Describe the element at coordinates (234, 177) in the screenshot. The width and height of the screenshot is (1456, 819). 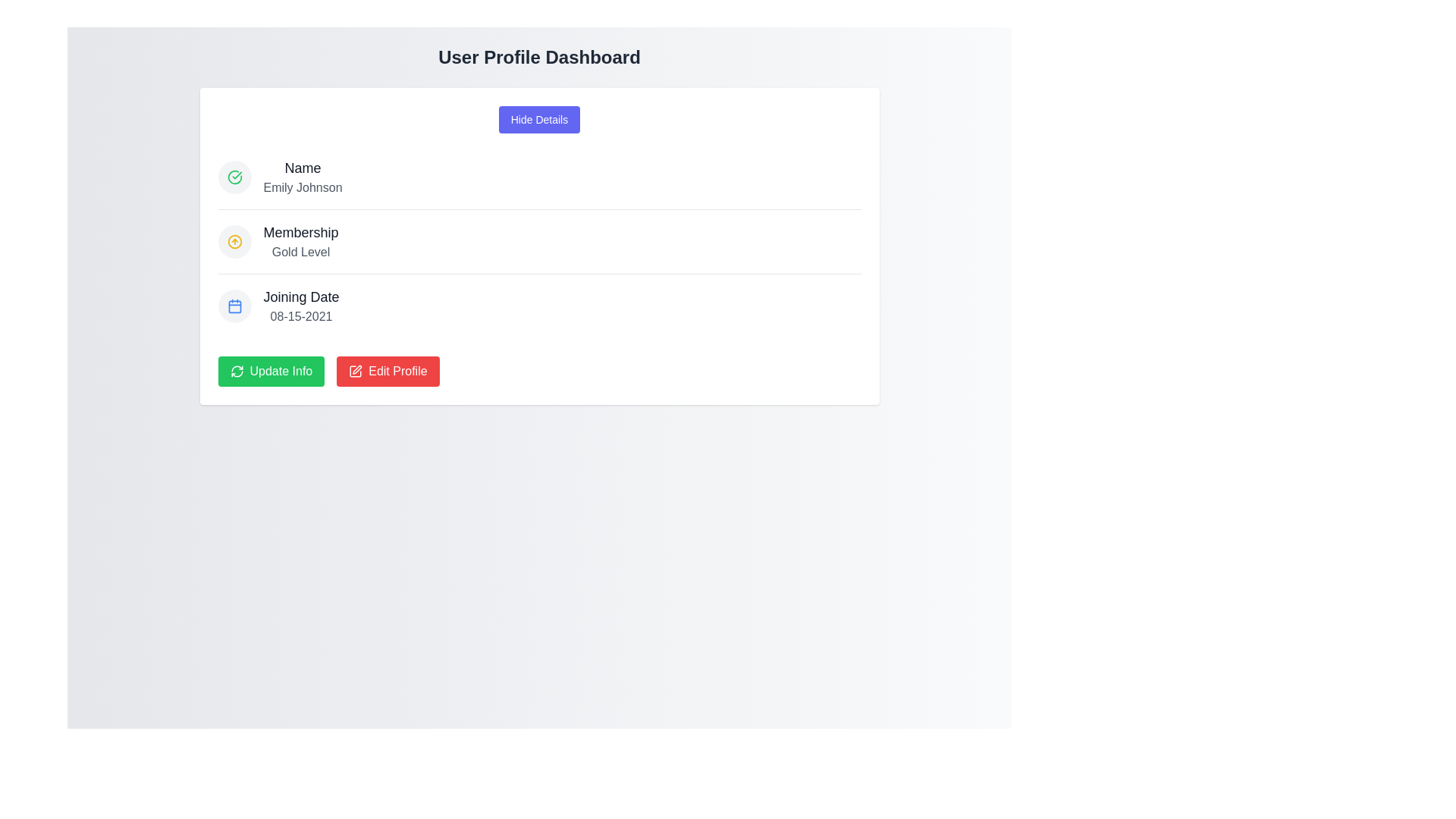
I see `green-bordered circular icon with a checkmark, located to the left of the text 'Name' in the user profile, for information` at that location.